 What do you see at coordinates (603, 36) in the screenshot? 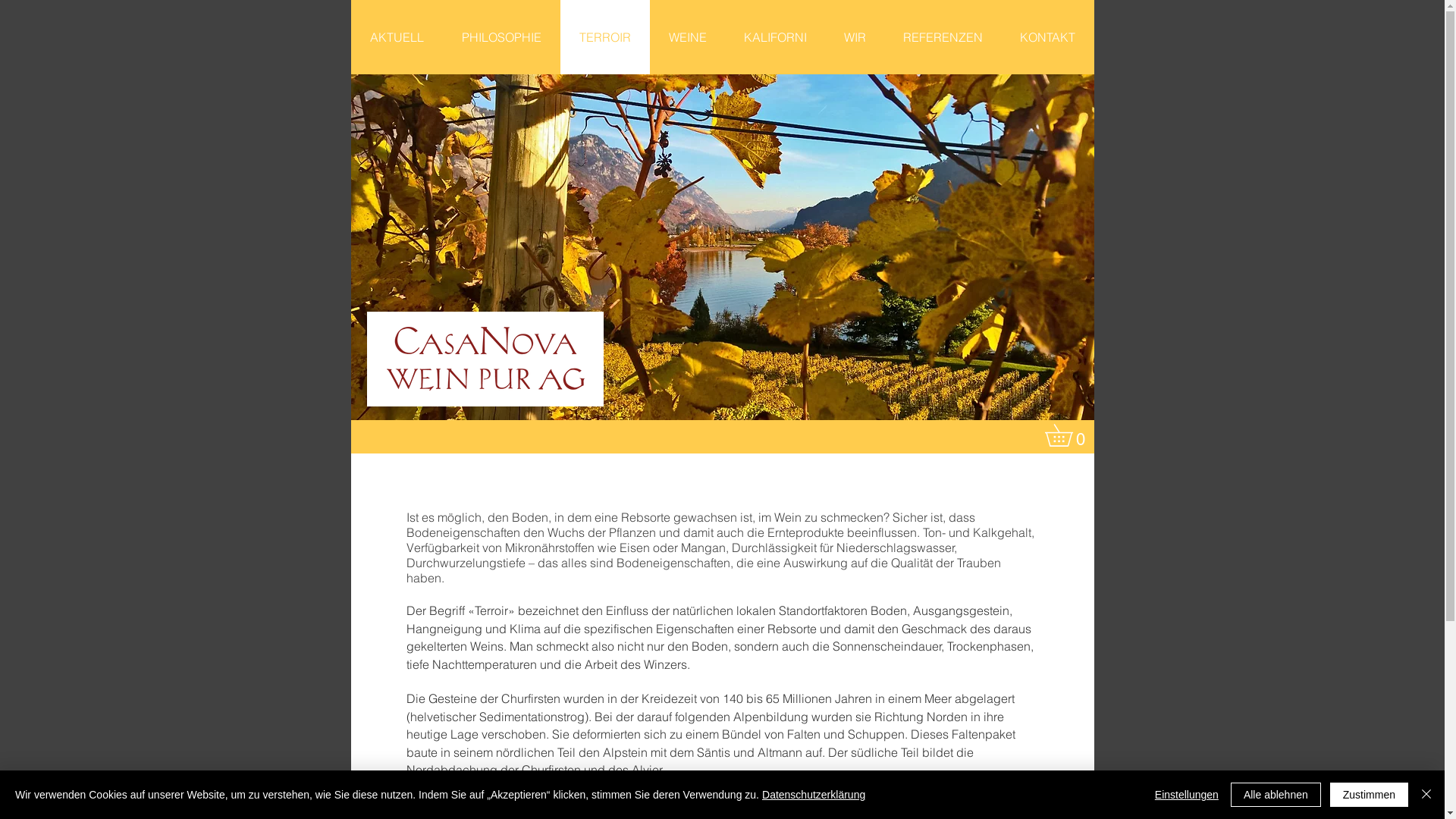
I see `'TERROIR'` at bounding box center [603, 36].